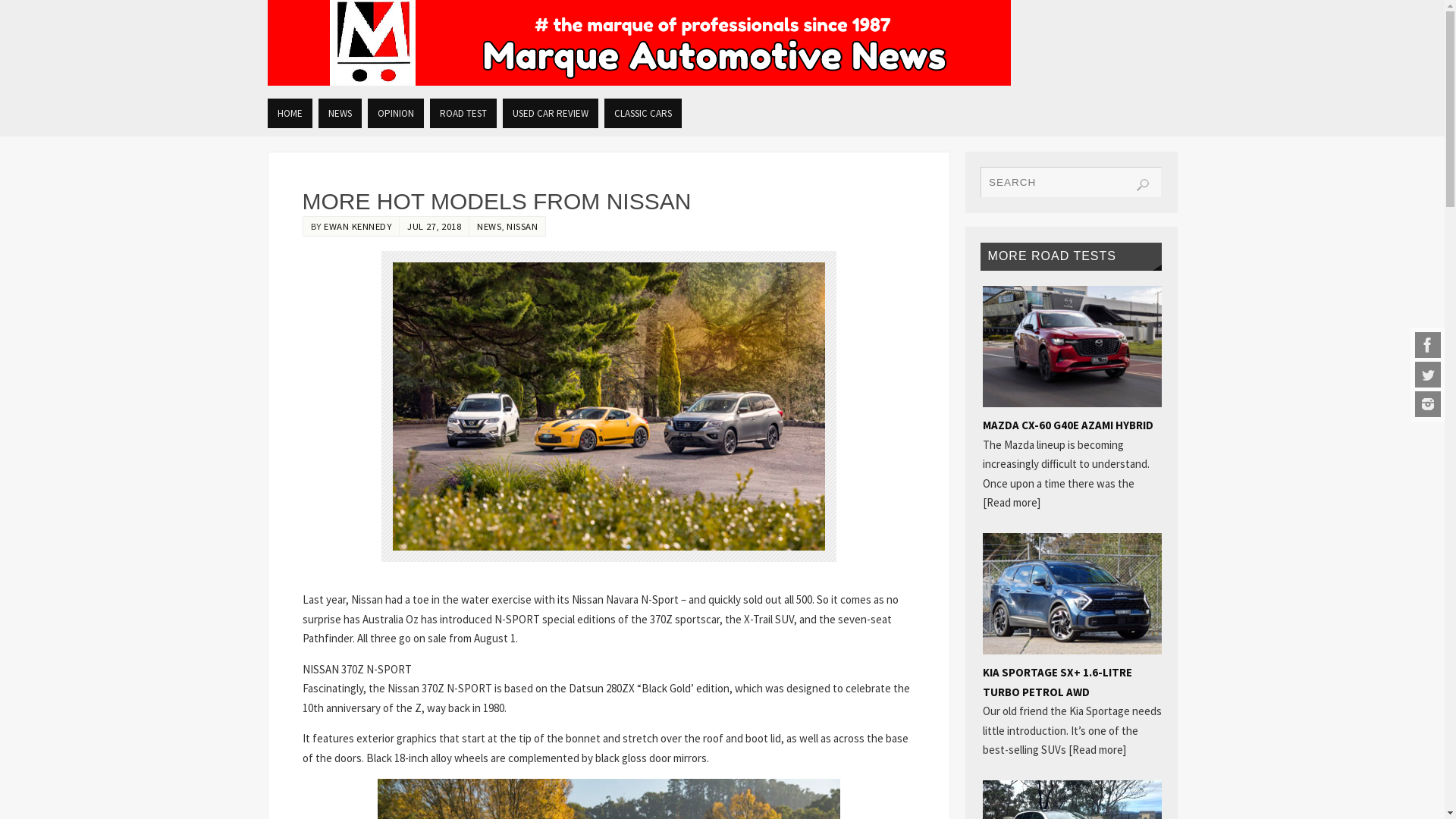  What do you see at coordinates (522, 225) in the screenshot?
I see `'NISSAN'` at bounding box center [522, 225].